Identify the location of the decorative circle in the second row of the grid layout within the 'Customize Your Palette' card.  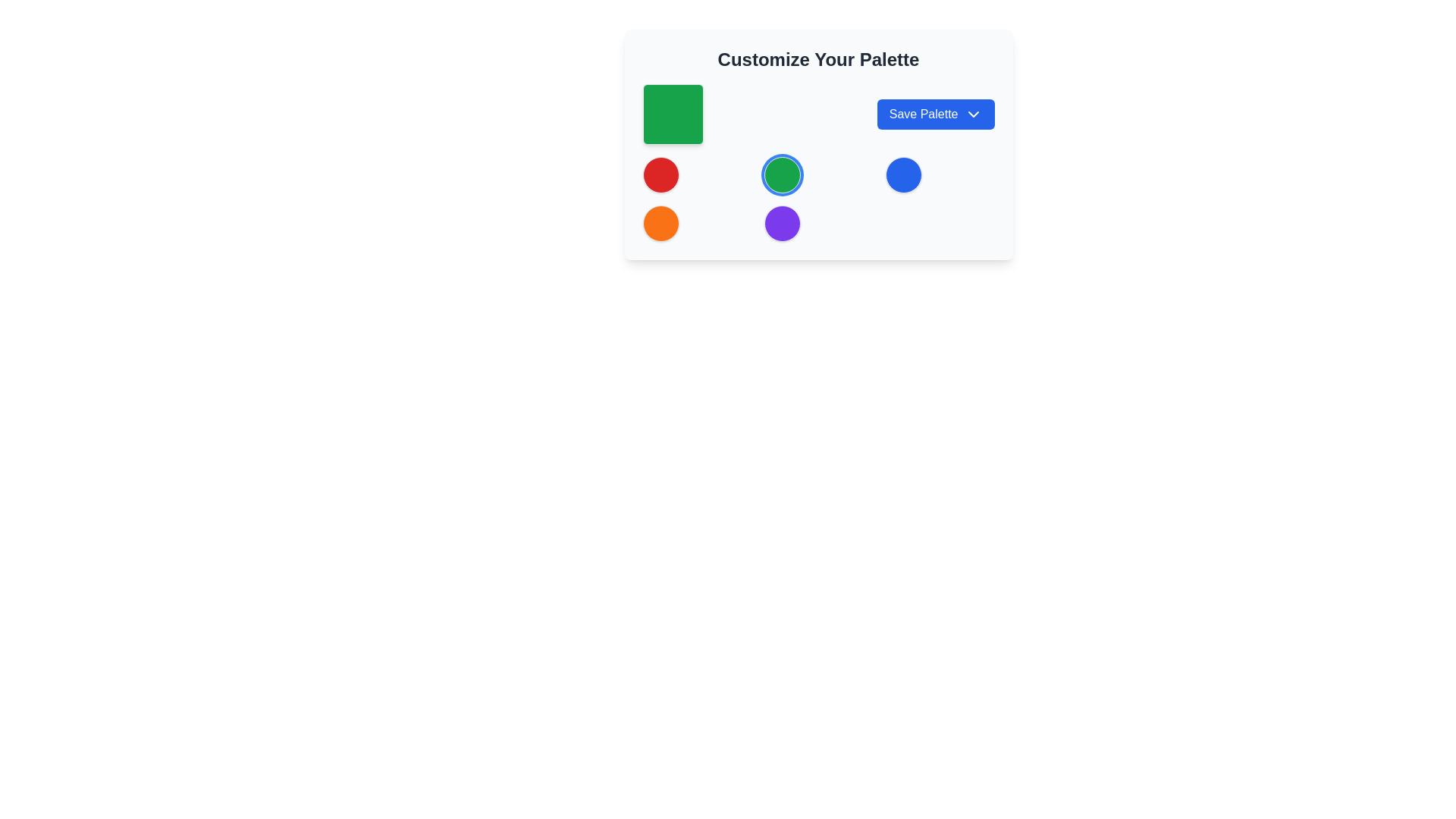
(903, 174).